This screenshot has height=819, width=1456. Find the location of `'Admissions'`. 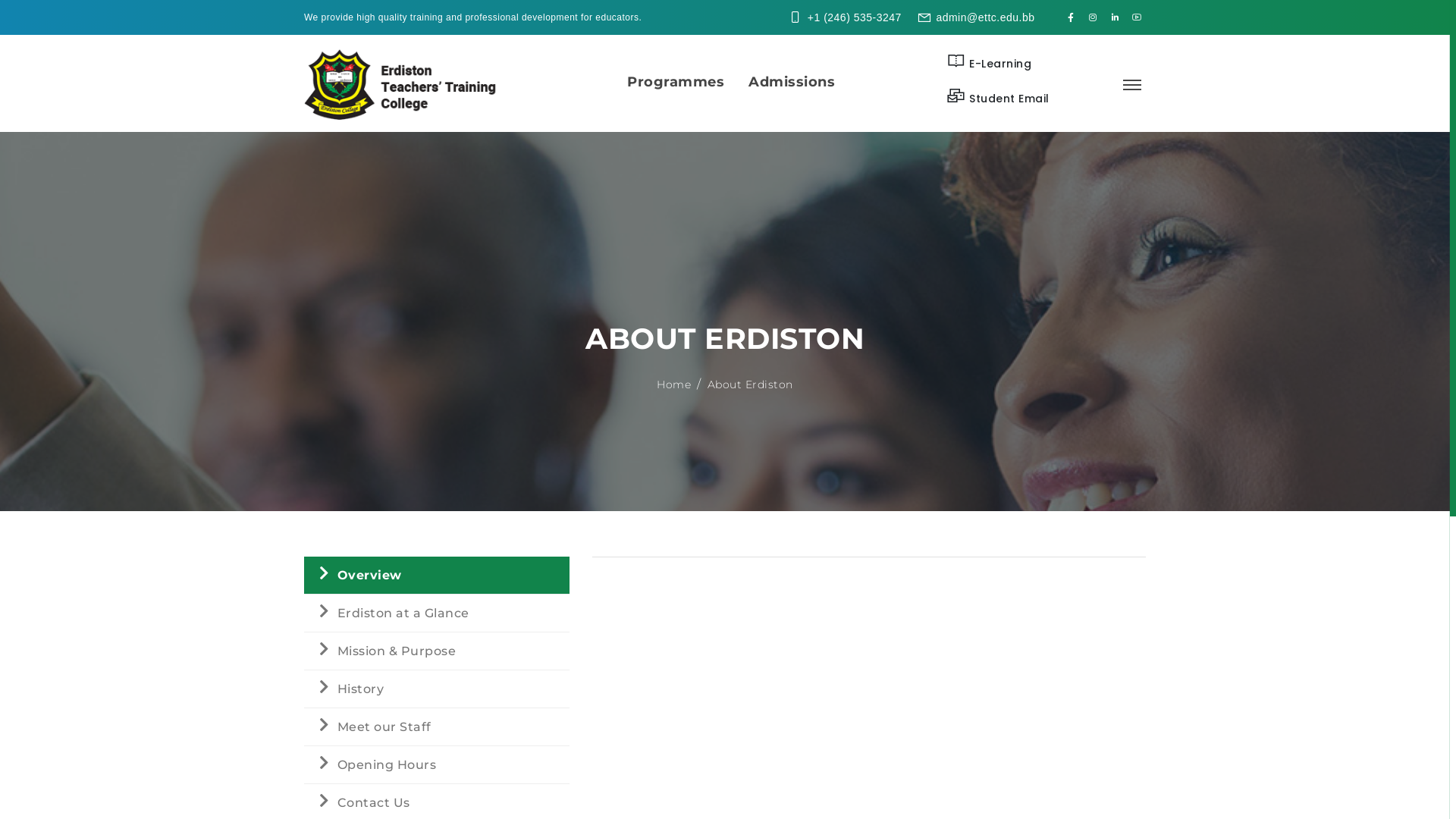

'Admissions' is located at coordinates (786, 80).